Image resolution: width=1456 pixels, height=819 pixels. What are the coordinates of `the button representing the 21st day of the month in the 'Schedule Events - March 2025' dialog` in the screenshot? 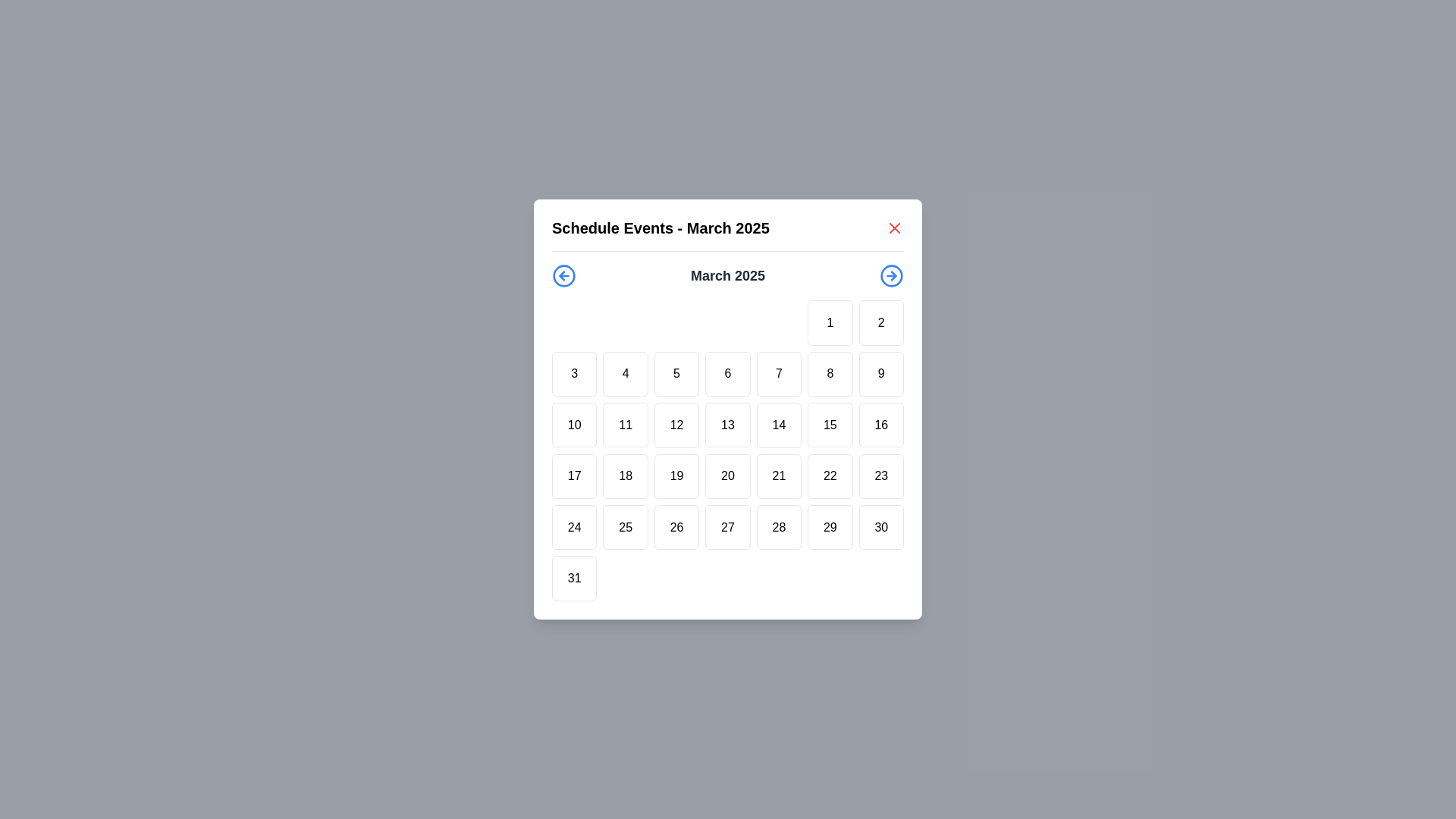 It's located at (779, 475).